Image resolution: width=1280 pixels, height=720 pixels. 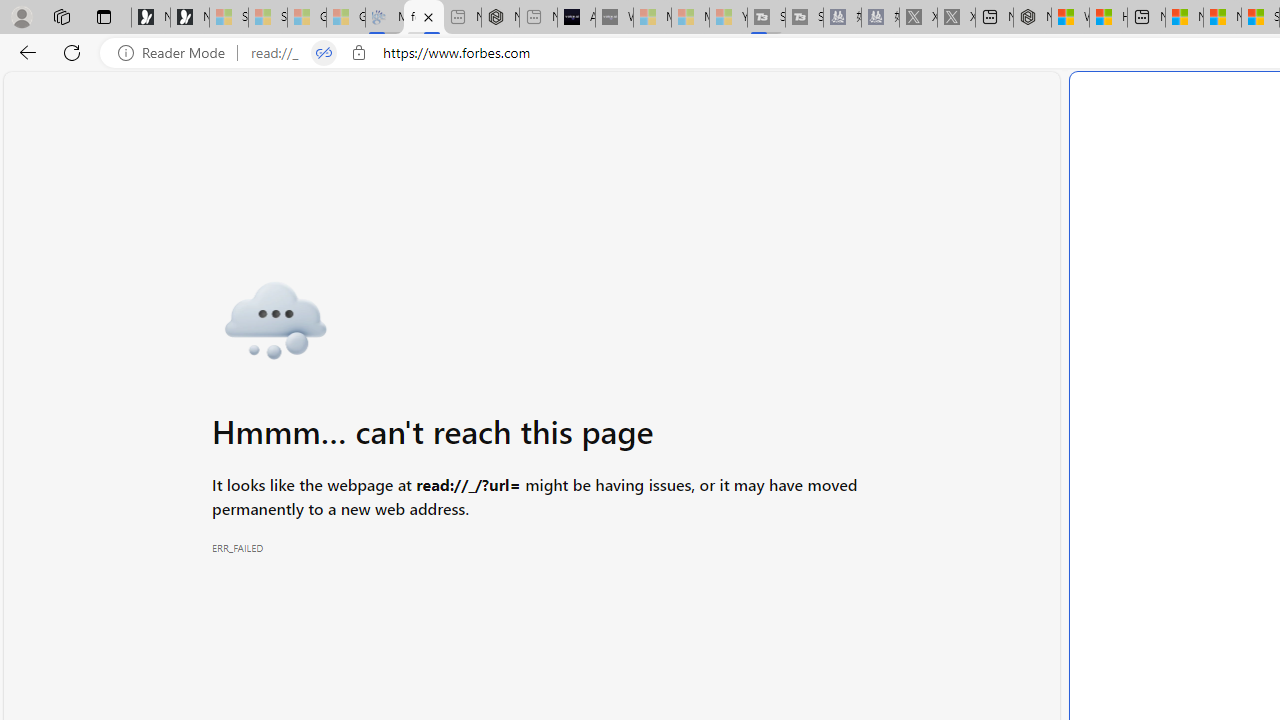 I want to click on 'Microsoft Start Sports - Sleeping', so click(x=652, y=17).